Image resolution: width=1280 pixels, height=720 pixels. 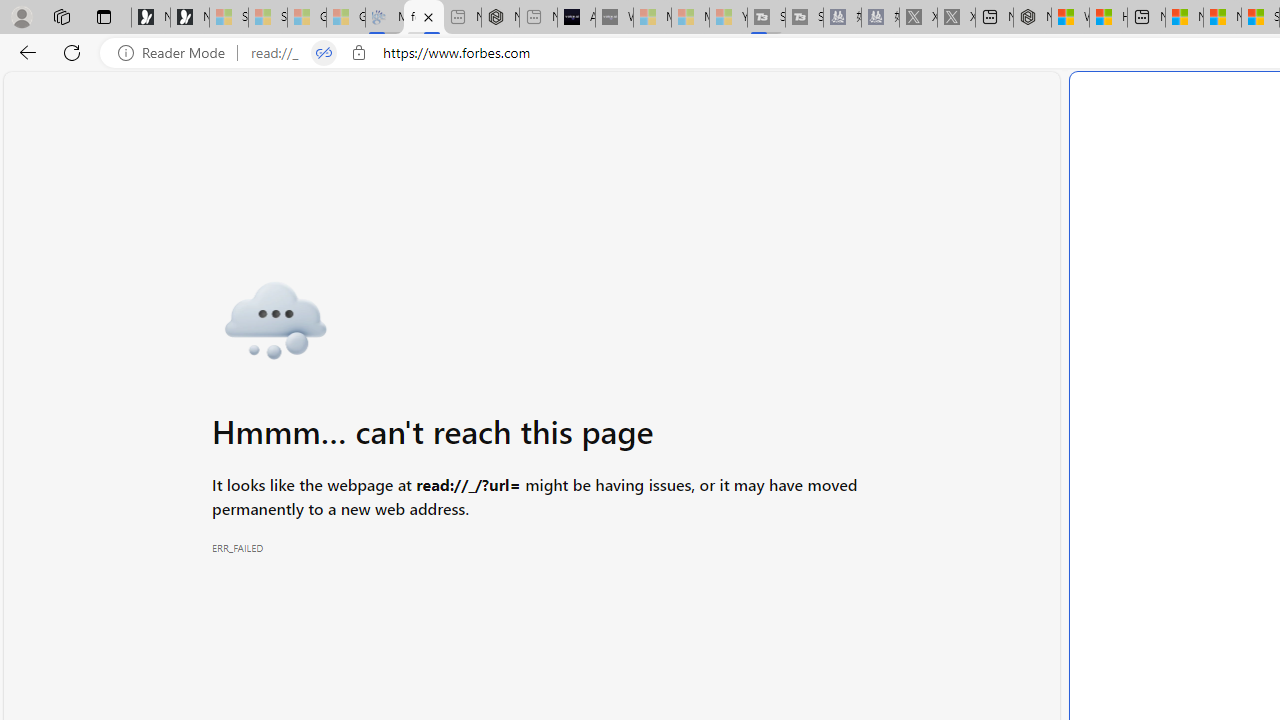 I want to click on 'Microsoft Start Sports - Sleeping', so click(x=652, y=17).